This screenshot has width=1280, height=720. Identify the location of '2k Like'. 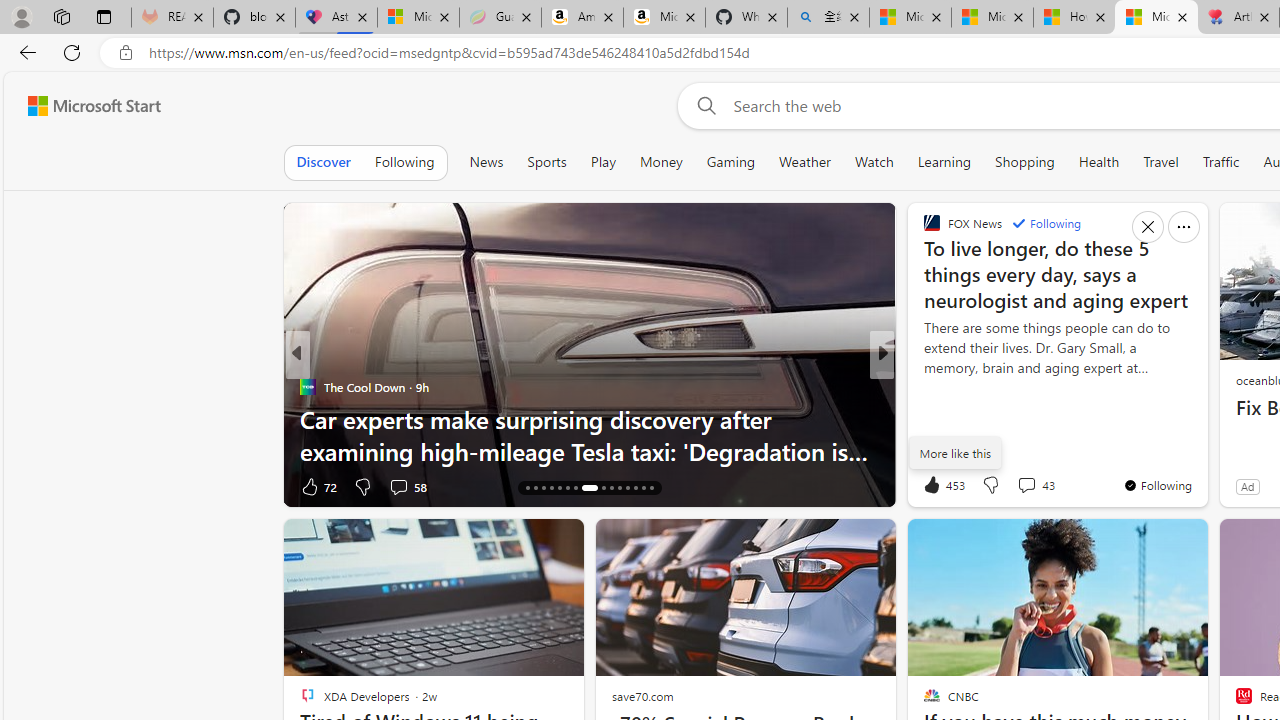
(932, 486).